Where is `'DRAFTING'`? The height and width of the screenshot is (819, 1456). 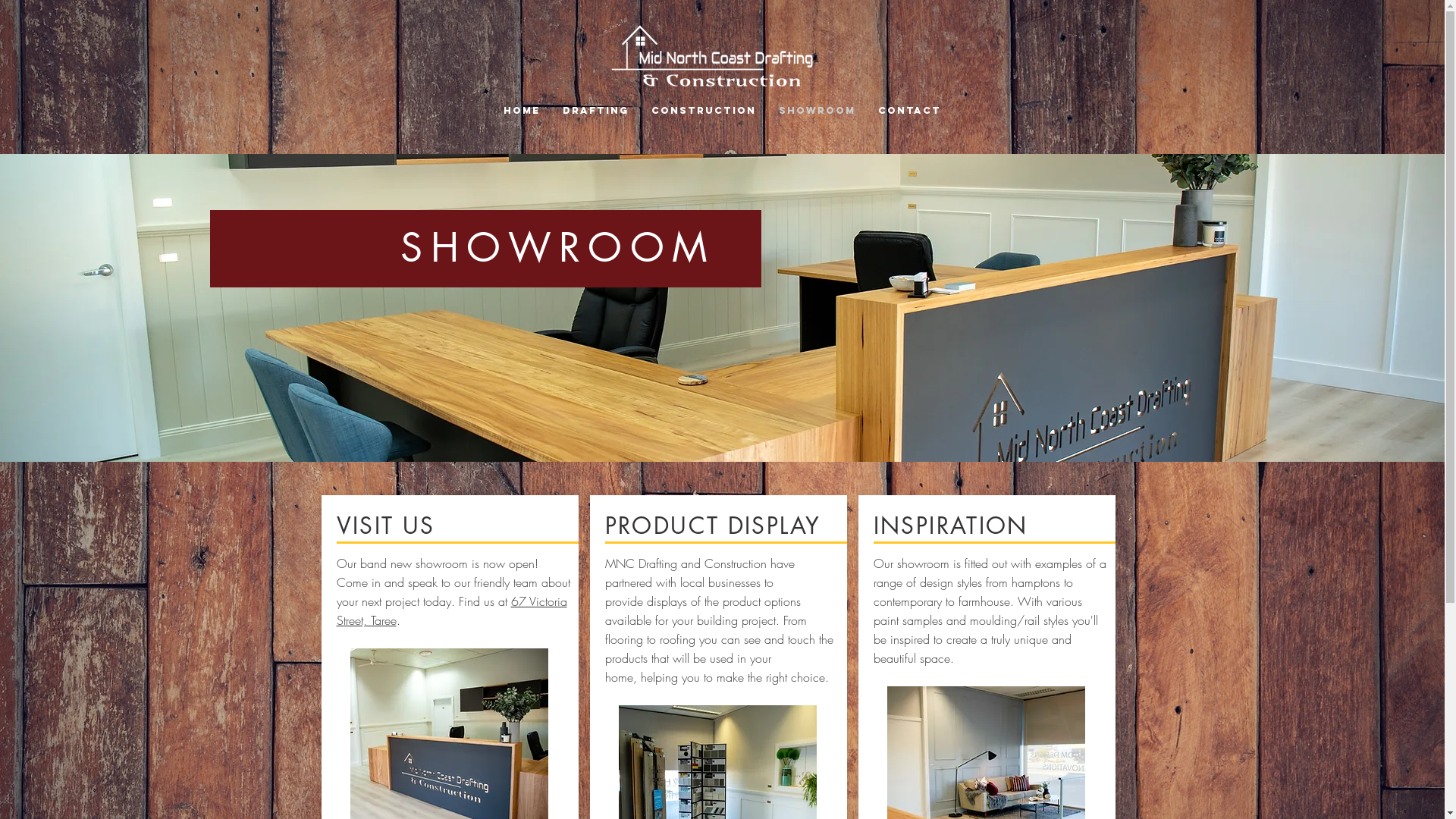
'DRAFTING' is located at coordinates (595, 108).